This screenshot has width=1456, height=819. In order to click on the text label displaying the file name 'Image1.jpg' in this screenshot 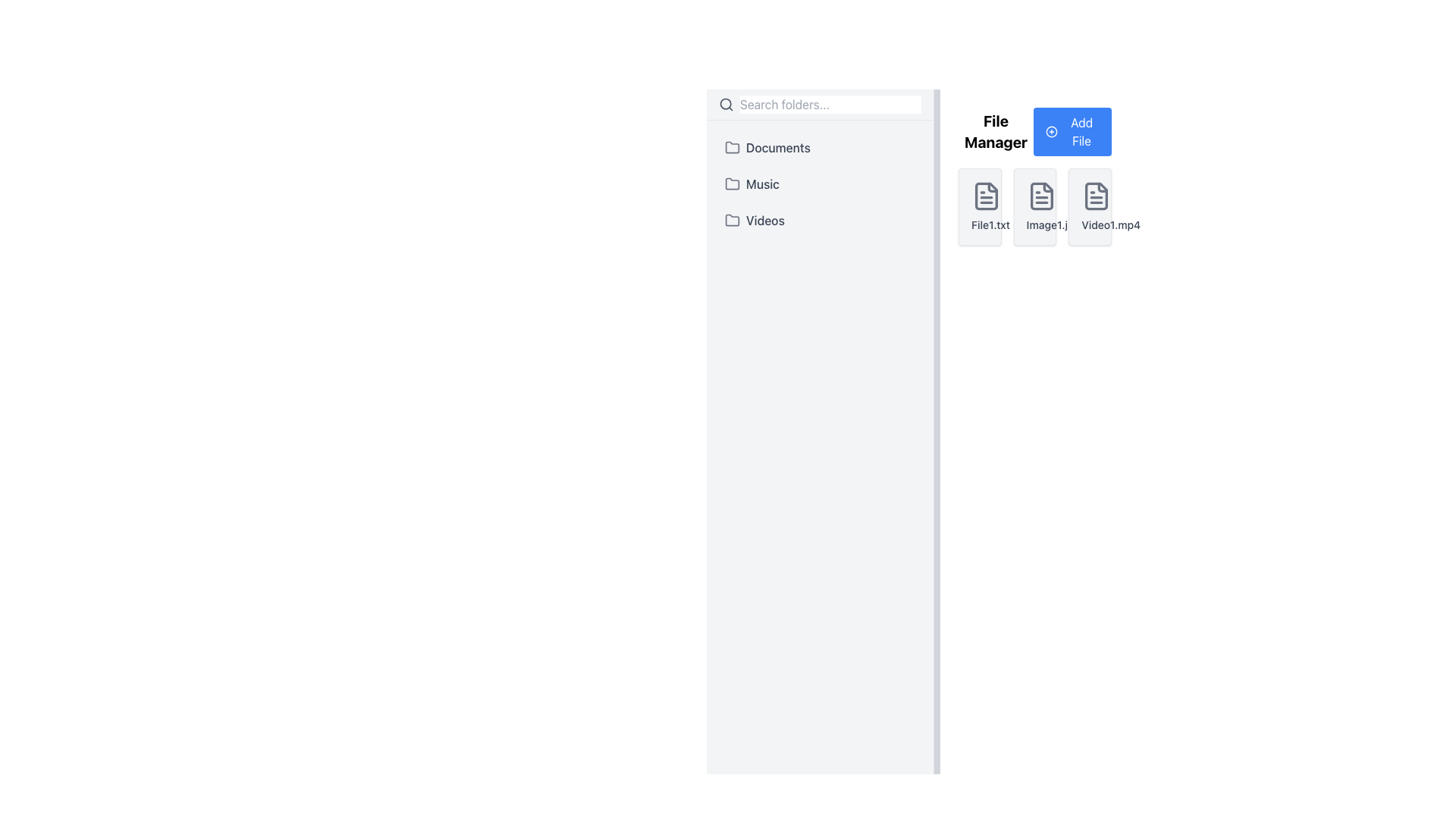, I will do `click(1034, 225)`.